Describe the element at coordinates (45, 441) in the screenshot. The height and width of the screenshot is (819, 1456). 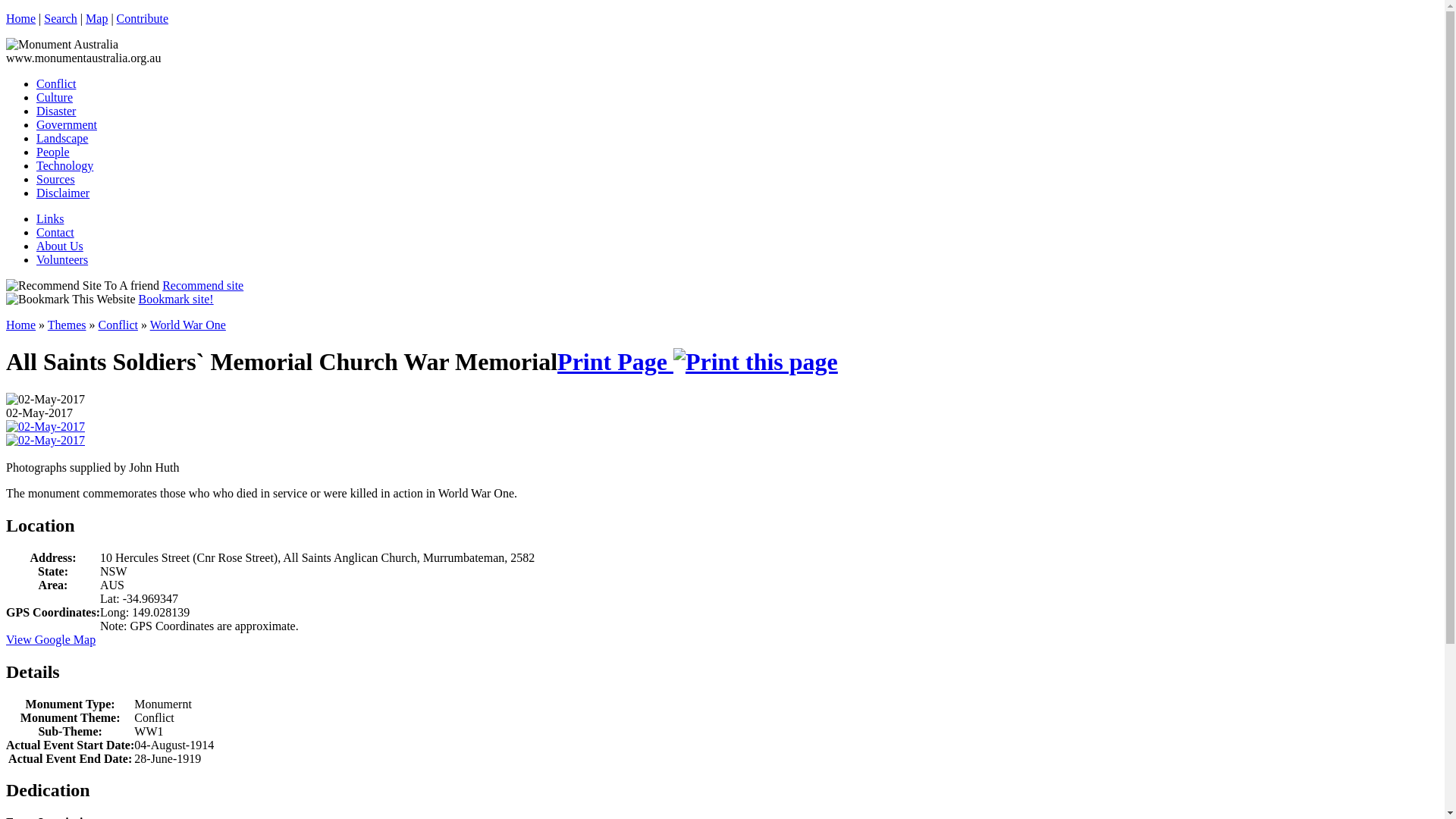
I see `'02-May-2017'` at that location.